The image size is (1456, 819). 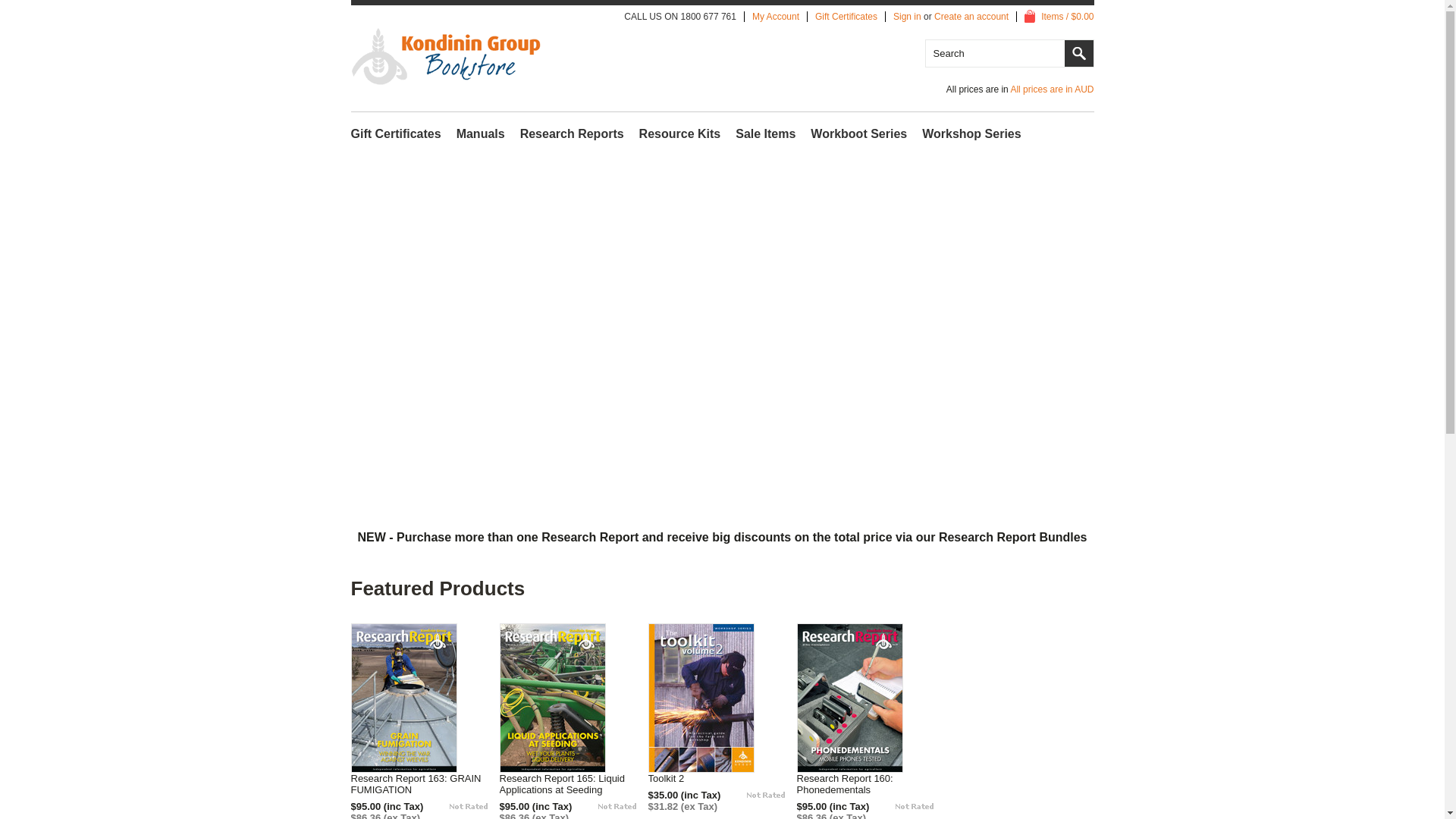 I want to click on 'Gift Certificates', so click(x=395, y=133).